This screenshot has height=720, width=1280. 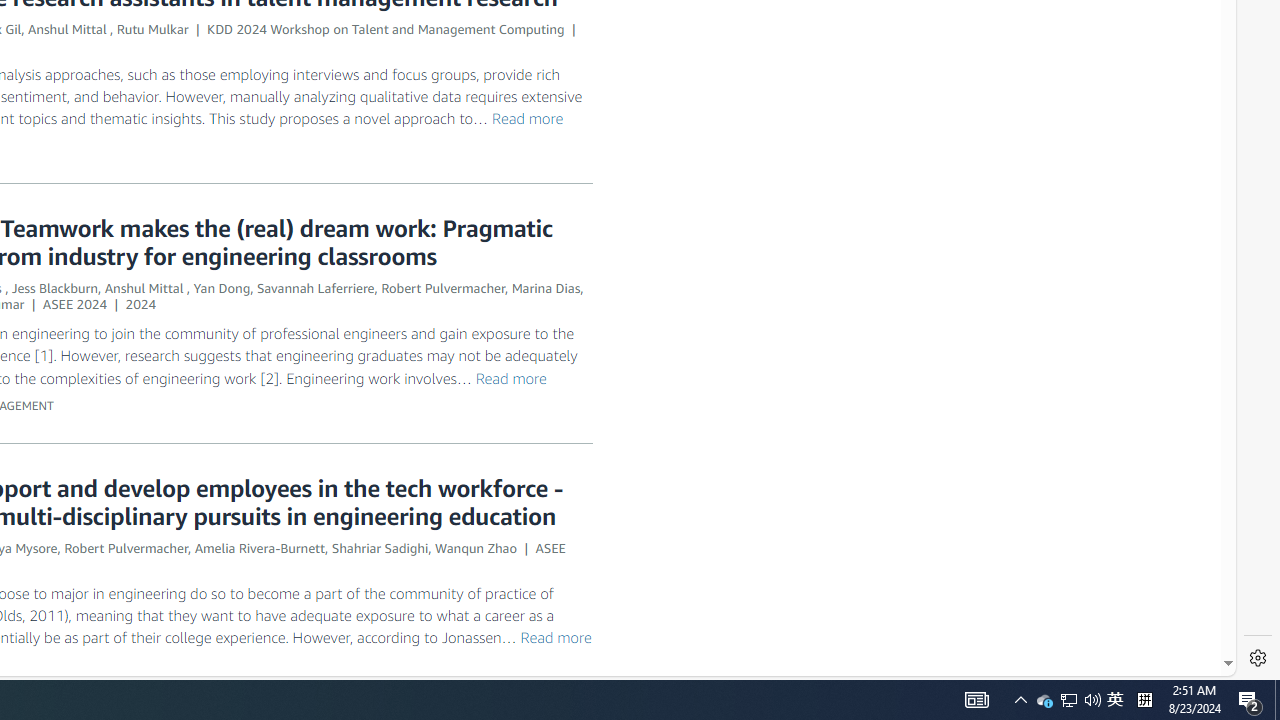 I want to click on 'Yan Dong', so click(x=222, y=288).